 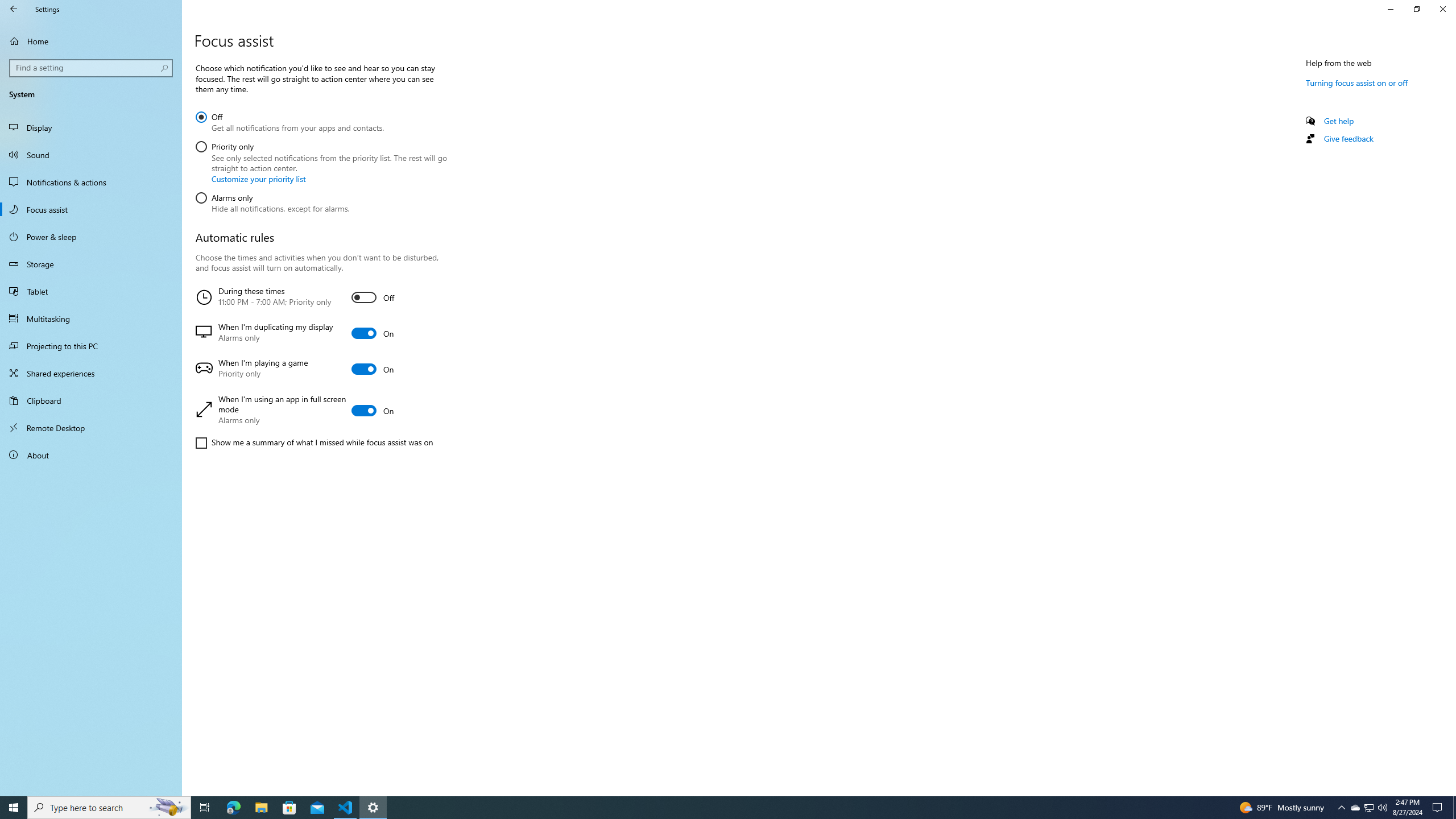 I want to click on 'Projecting to this PC', so click(x=90, y=346).